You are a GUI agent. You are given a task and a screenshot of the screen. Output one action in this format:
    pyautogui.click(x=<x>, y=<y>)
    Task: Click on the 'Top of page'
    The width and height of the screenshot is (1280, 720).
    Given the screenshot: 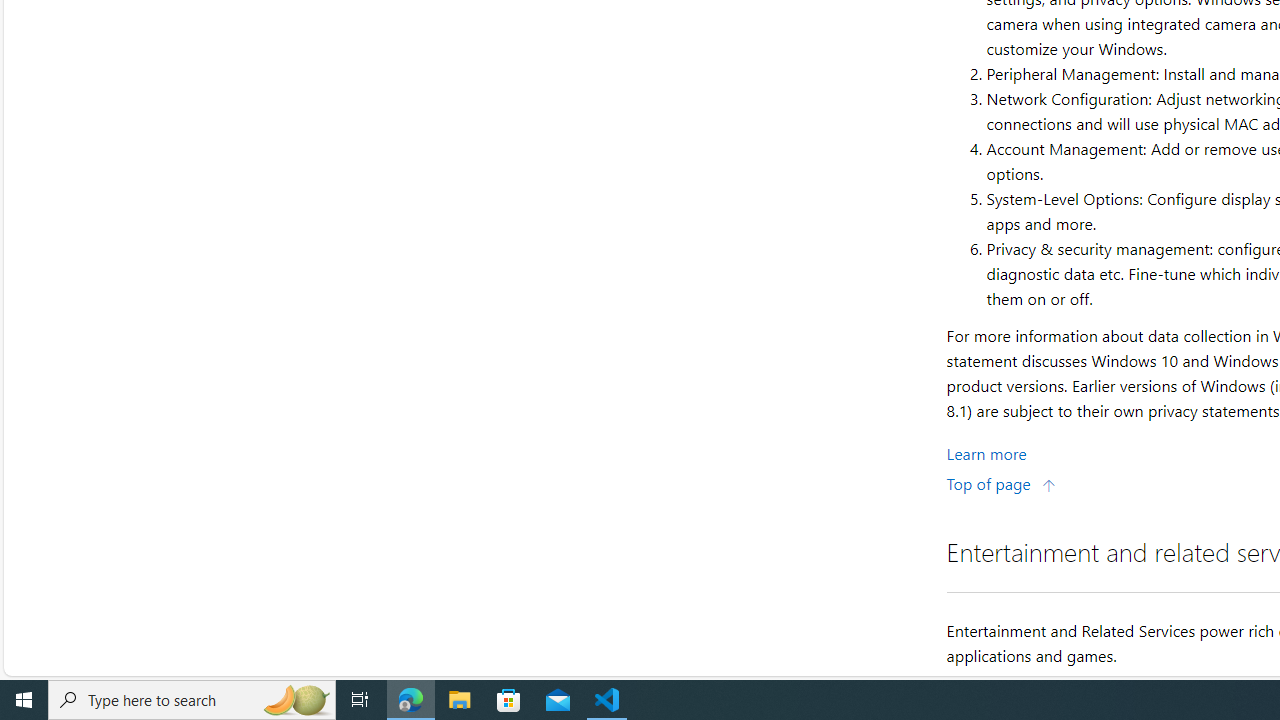 What is the action you would take?
    pyautogui.click(x=1001, y=483)
    